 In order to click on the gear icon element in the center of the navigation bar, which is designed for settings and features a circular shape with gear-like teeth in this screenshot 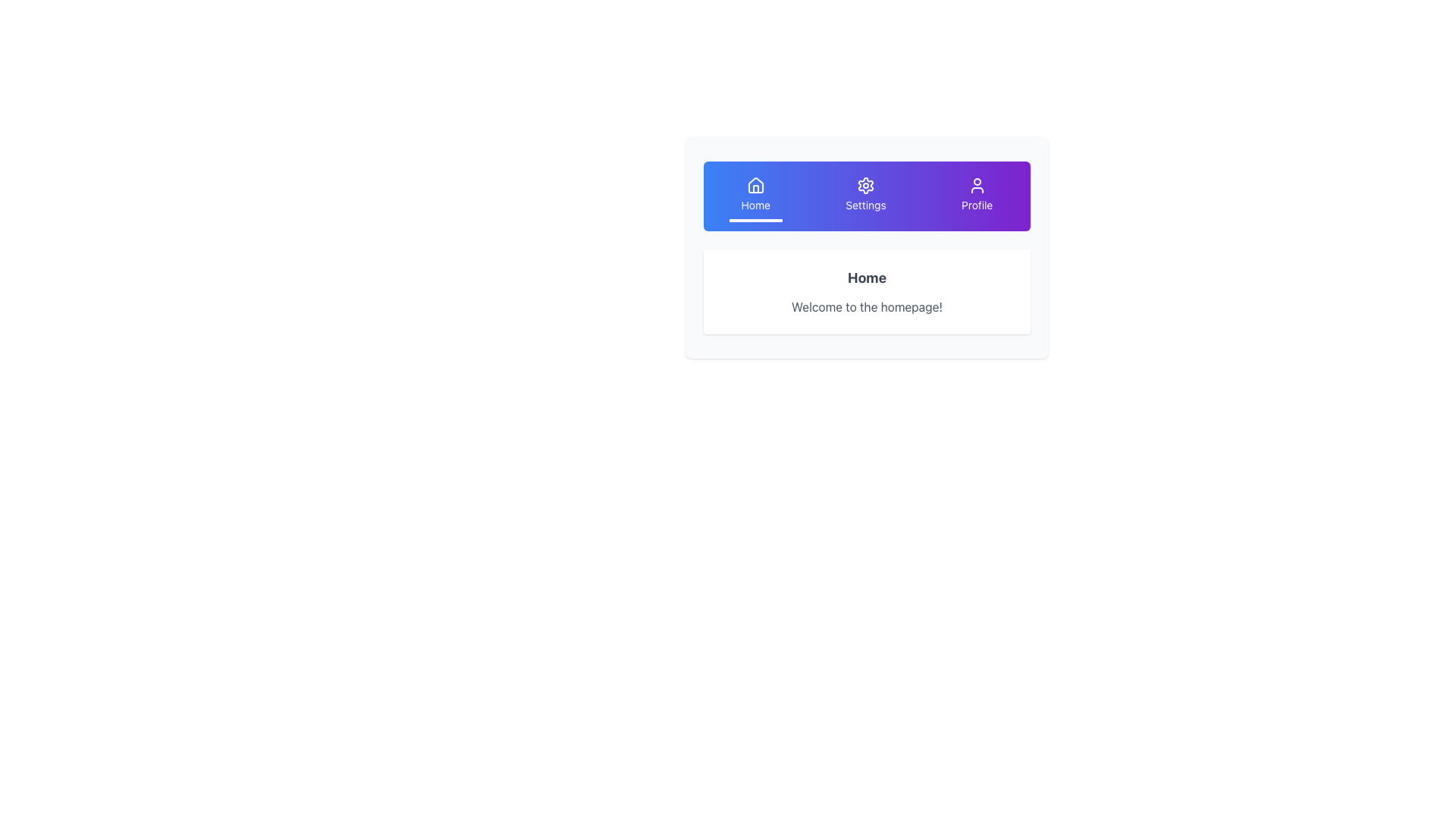, I will do `click(866, 185)`.